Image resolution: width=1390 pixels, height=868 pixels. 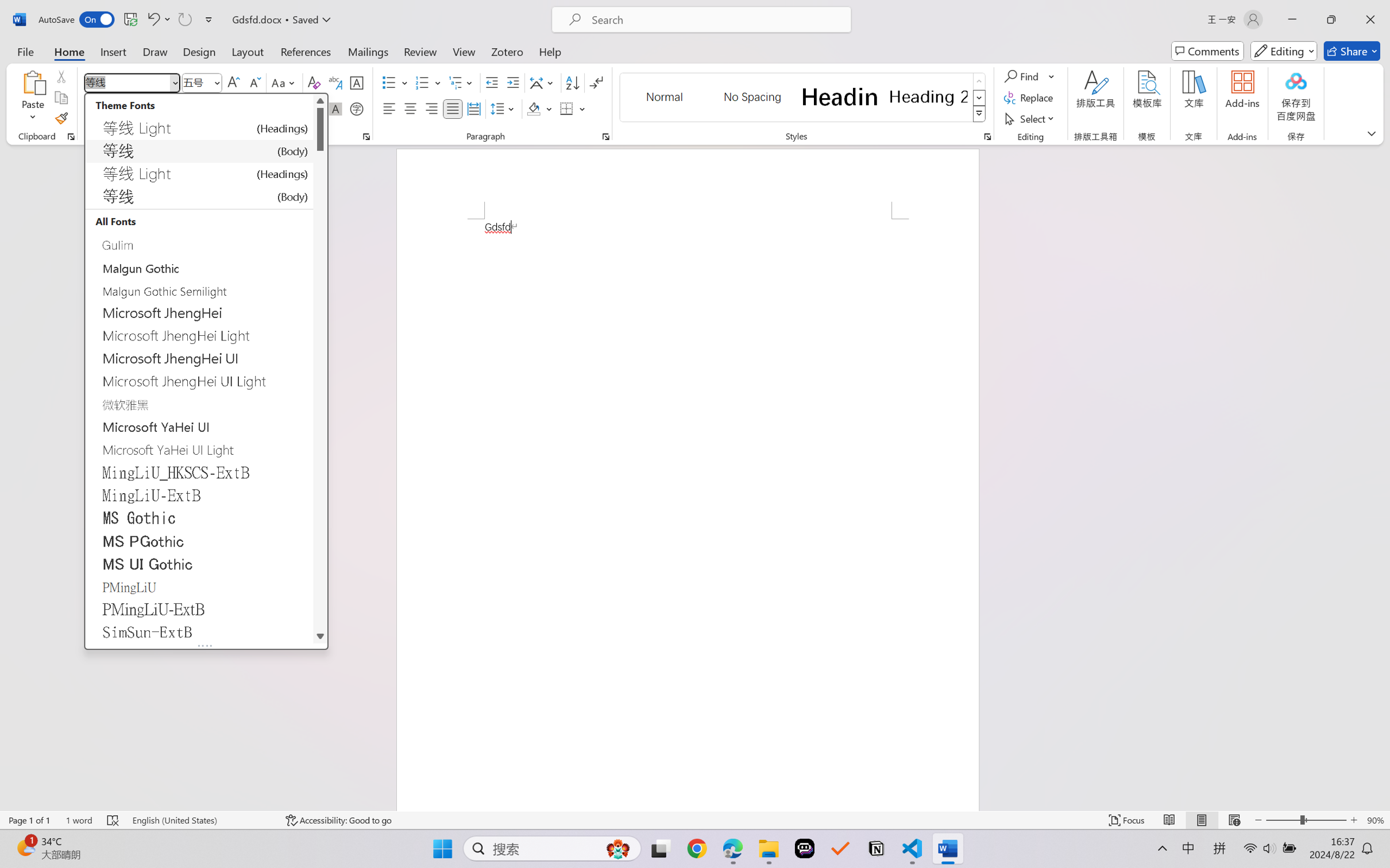 I want to click on 'Line down', so click(x=320, y=635).